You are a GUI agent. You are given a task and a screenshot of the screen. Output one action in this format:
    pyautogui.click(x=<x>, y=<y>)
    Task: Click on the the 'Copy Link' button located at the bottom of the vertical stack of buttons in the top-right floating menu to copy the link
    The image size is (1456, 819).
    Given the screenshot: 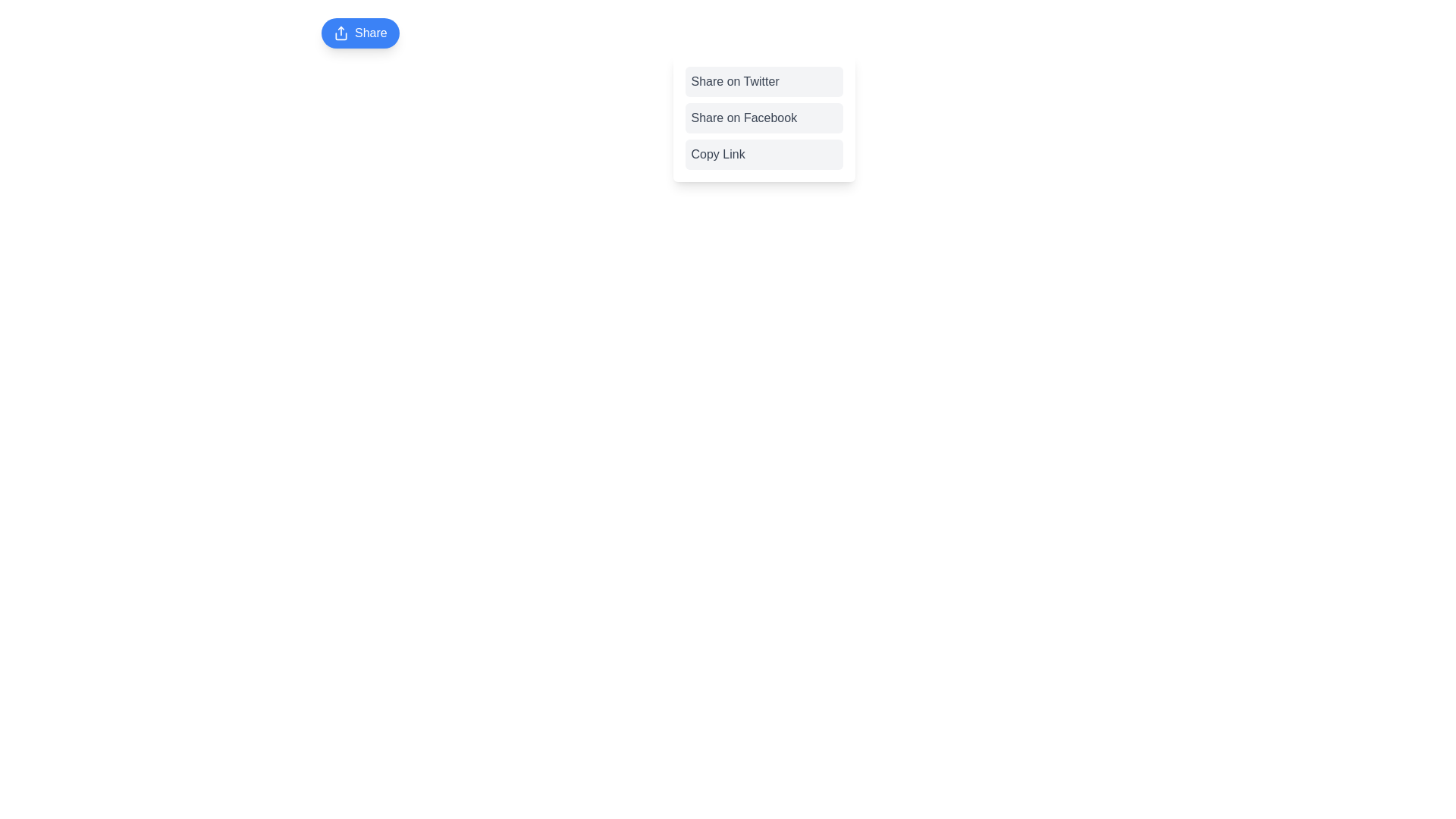 What is the action you would take?
    pyautogui.click(x=764, y=155)
    